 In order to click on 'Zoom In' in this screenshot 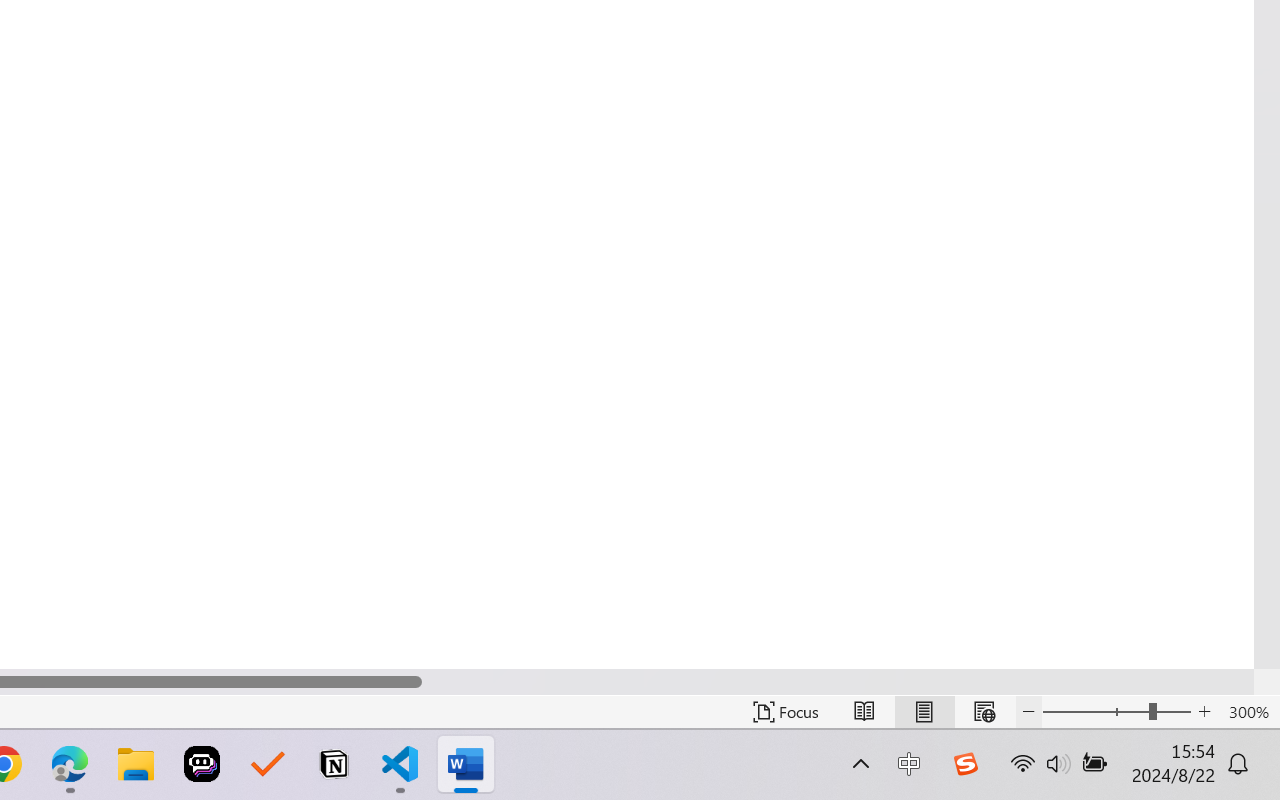, I will do `click(1204, 711)`.